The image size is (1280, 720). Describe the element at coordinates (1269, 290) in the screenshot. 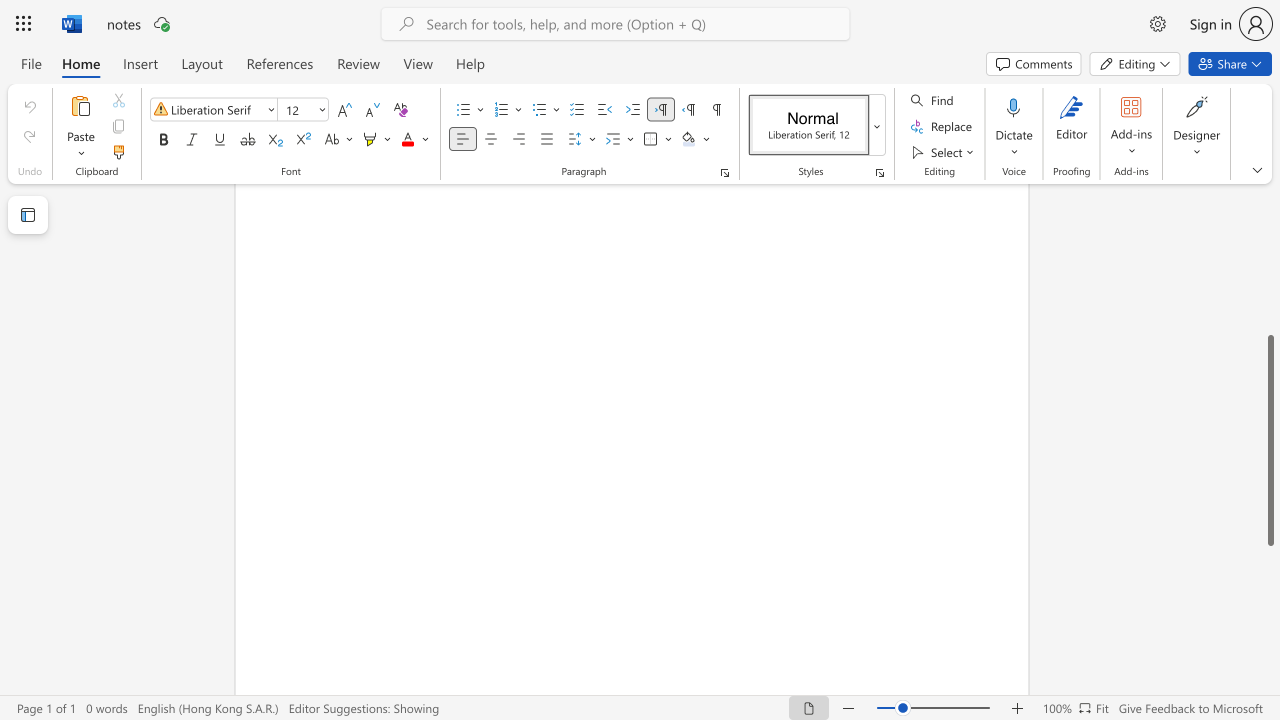

I see `the scrollbar to scroll upward` at that location.